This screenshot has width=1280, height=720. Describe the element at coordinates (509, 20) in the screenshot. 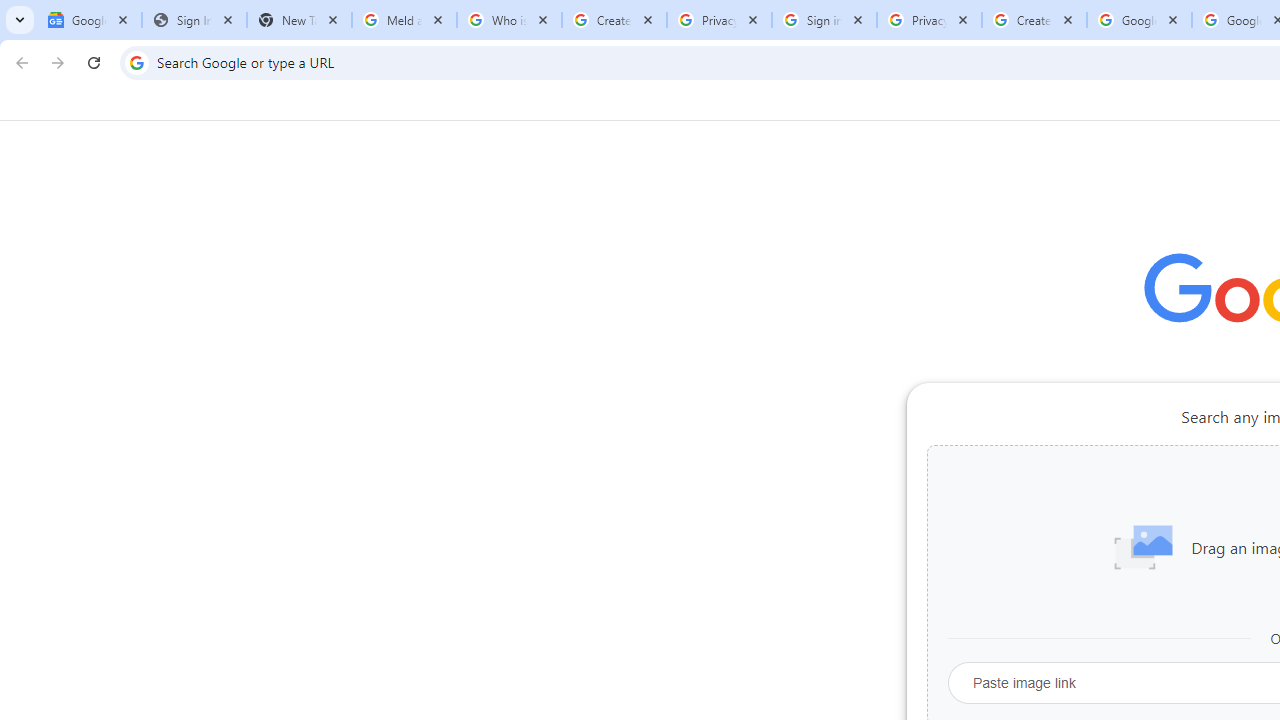

I see `'Who is my administrator? - Google Account Help'` at that location.